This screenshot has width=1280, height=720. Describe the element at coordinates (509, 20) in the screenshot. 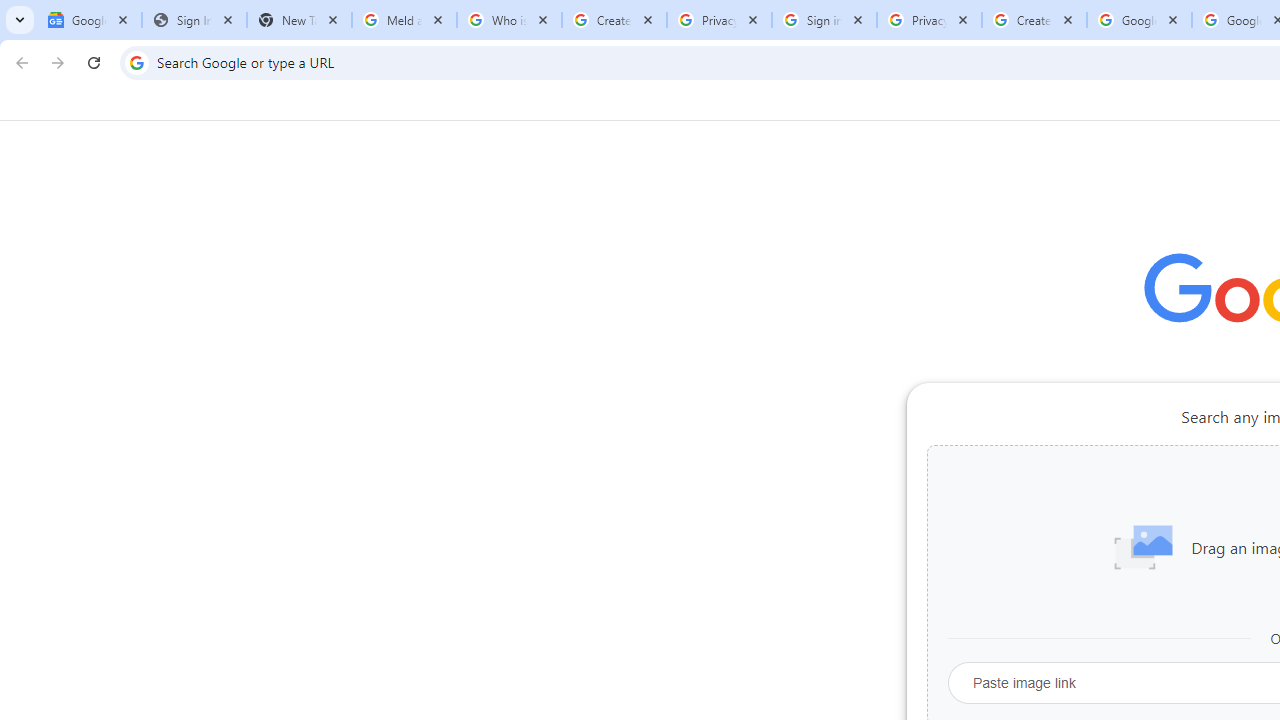

I see `'Who is my administrator? - Google Account Help'` at that location.